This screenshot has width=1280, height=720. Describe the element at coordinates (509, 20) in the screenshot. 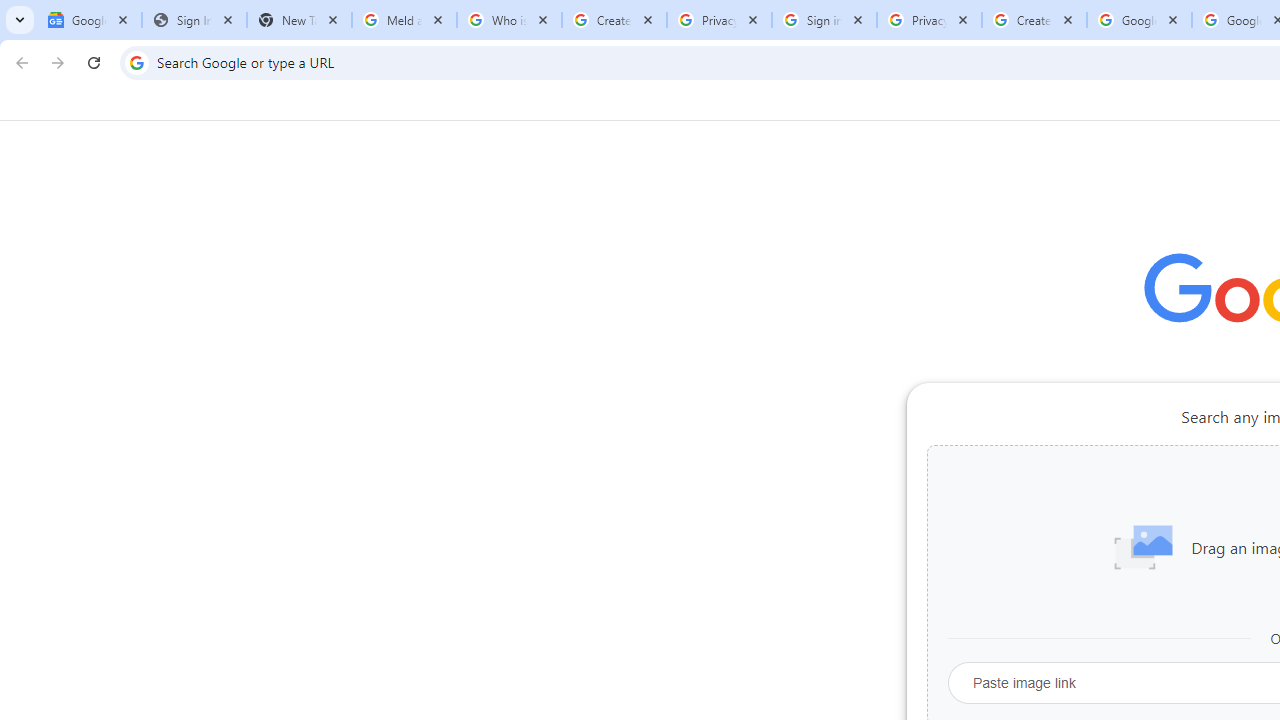

I see `'Who is my administrator? - Google Account Help'` at that location.